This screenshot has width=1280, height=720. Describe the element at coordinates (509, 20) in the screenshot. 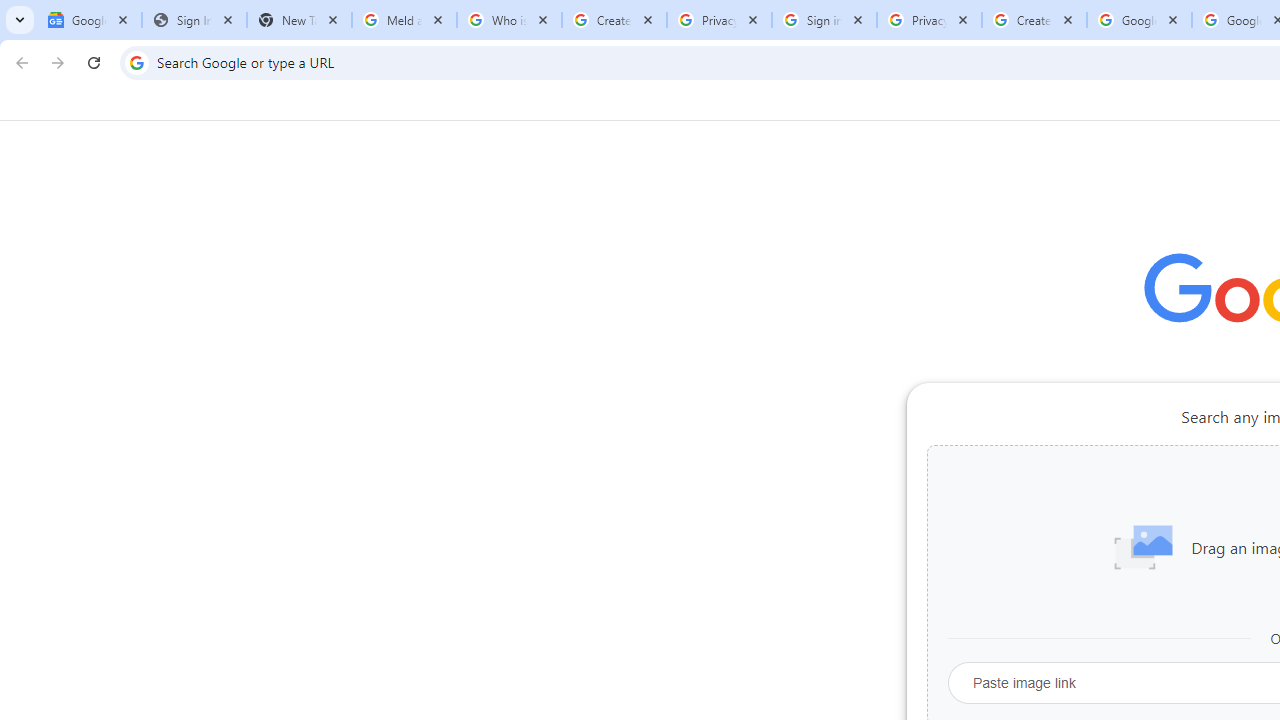

I see `'Who is my administrator? - Google Account Help'` at that location.